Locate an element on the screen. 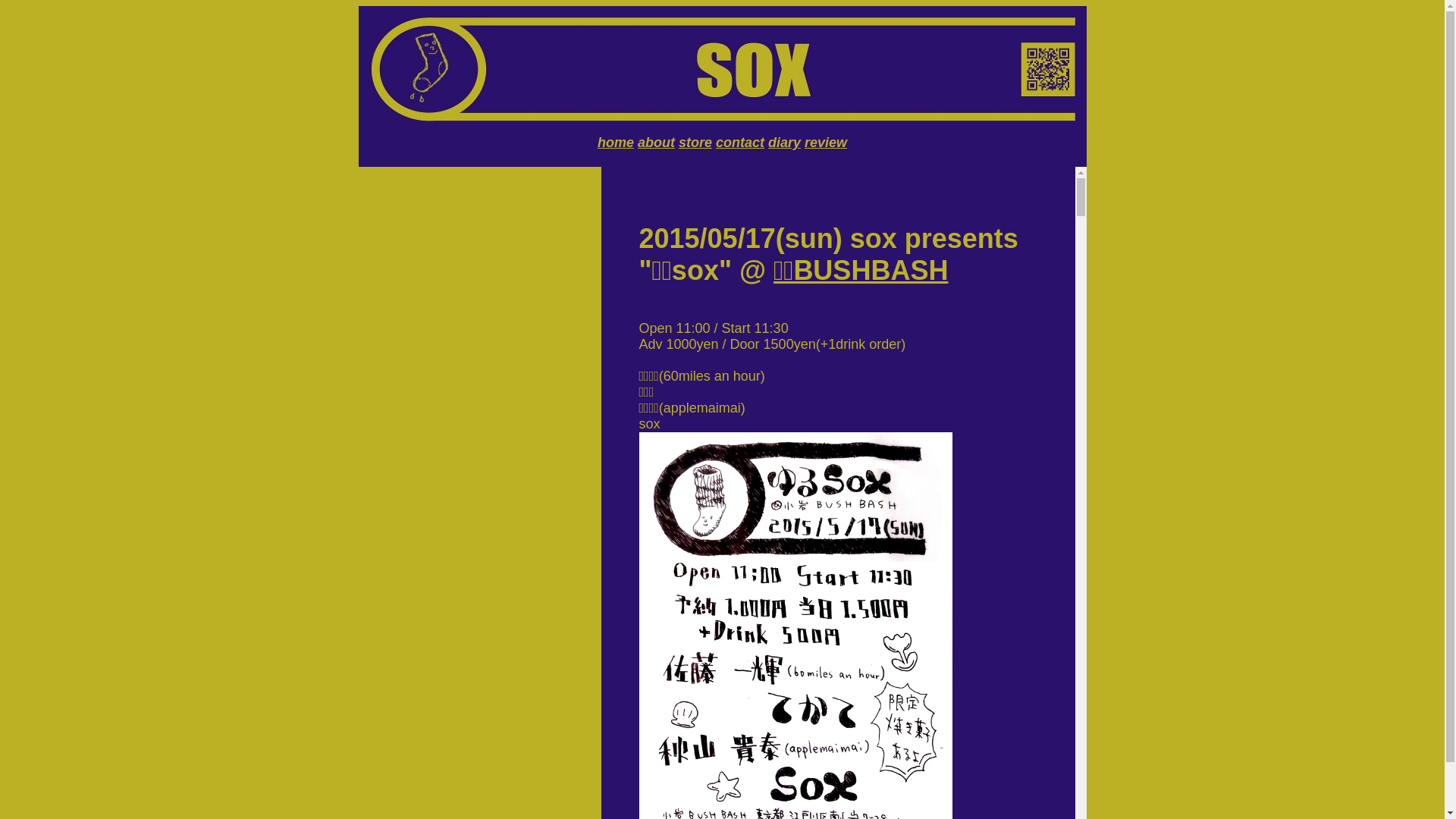 The image size is (1456, 819). 'store' is located at coordinates (694, 143).